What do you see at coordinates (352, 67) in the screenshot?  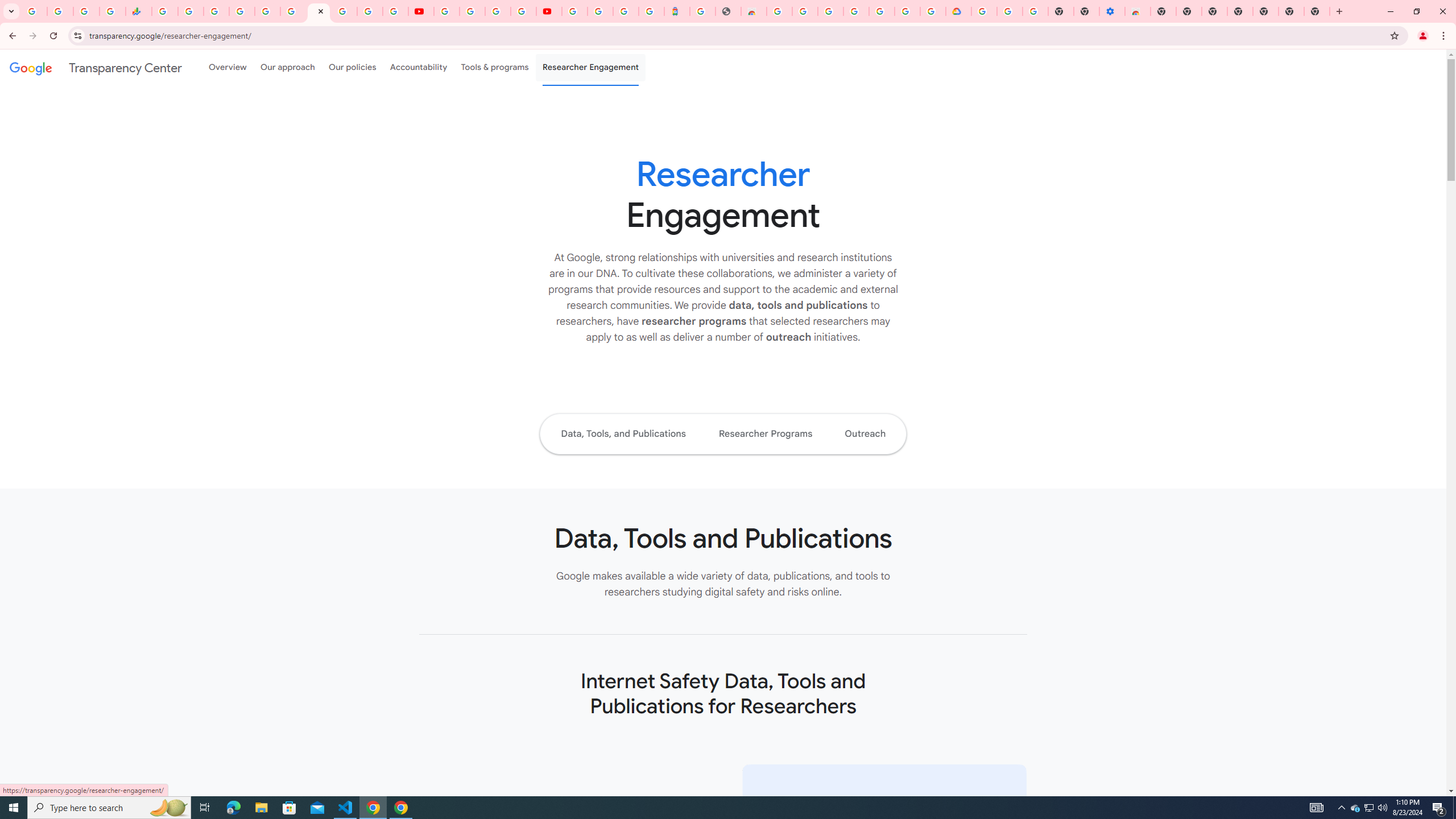 I see `'Our policies'` at bounding box center [352, 67].